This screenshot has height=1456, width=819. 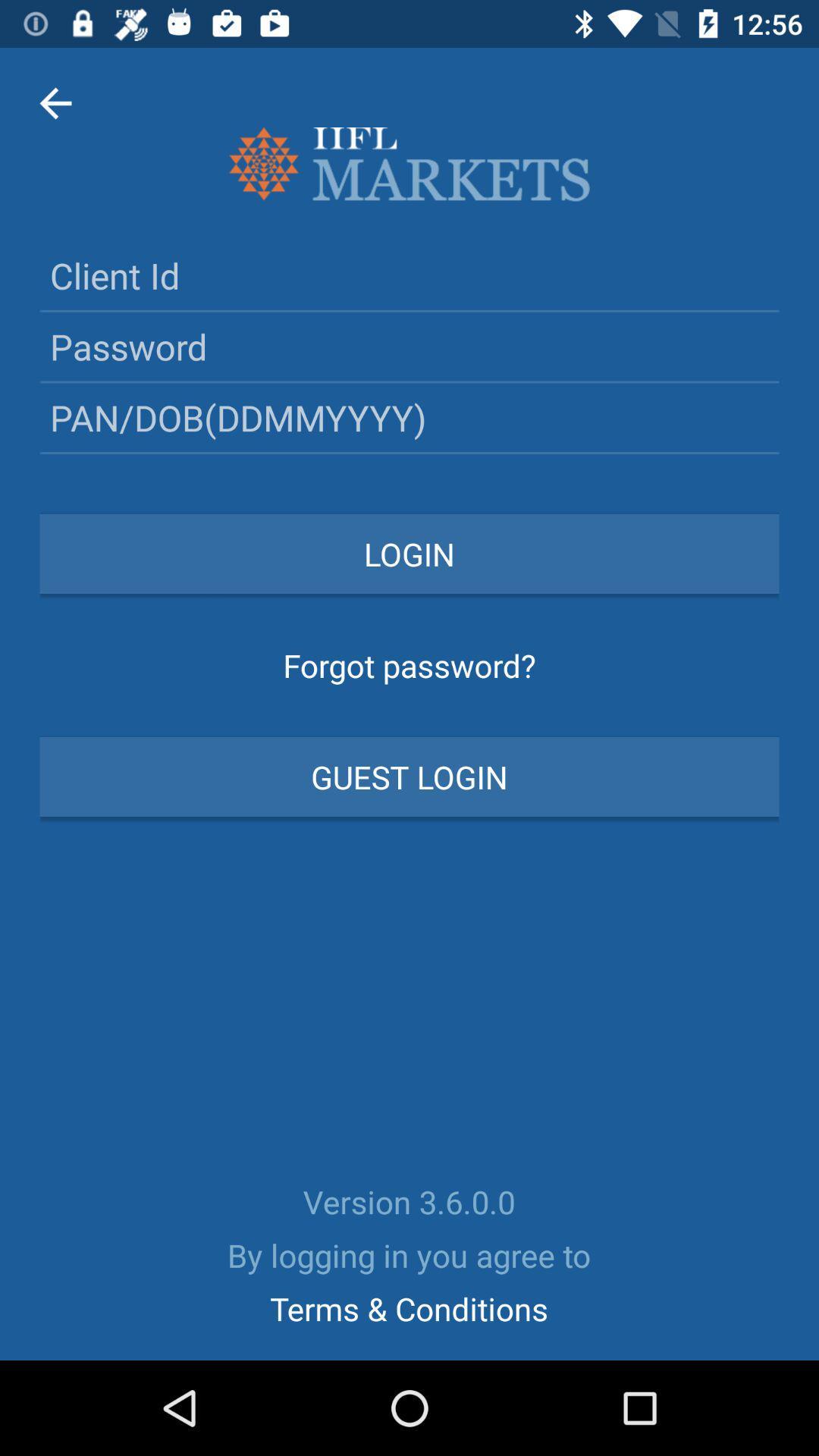 What do you see at coordinates (409, 275) in the screenshot?
I see `the client id iption` at bounding box center [409, 275].